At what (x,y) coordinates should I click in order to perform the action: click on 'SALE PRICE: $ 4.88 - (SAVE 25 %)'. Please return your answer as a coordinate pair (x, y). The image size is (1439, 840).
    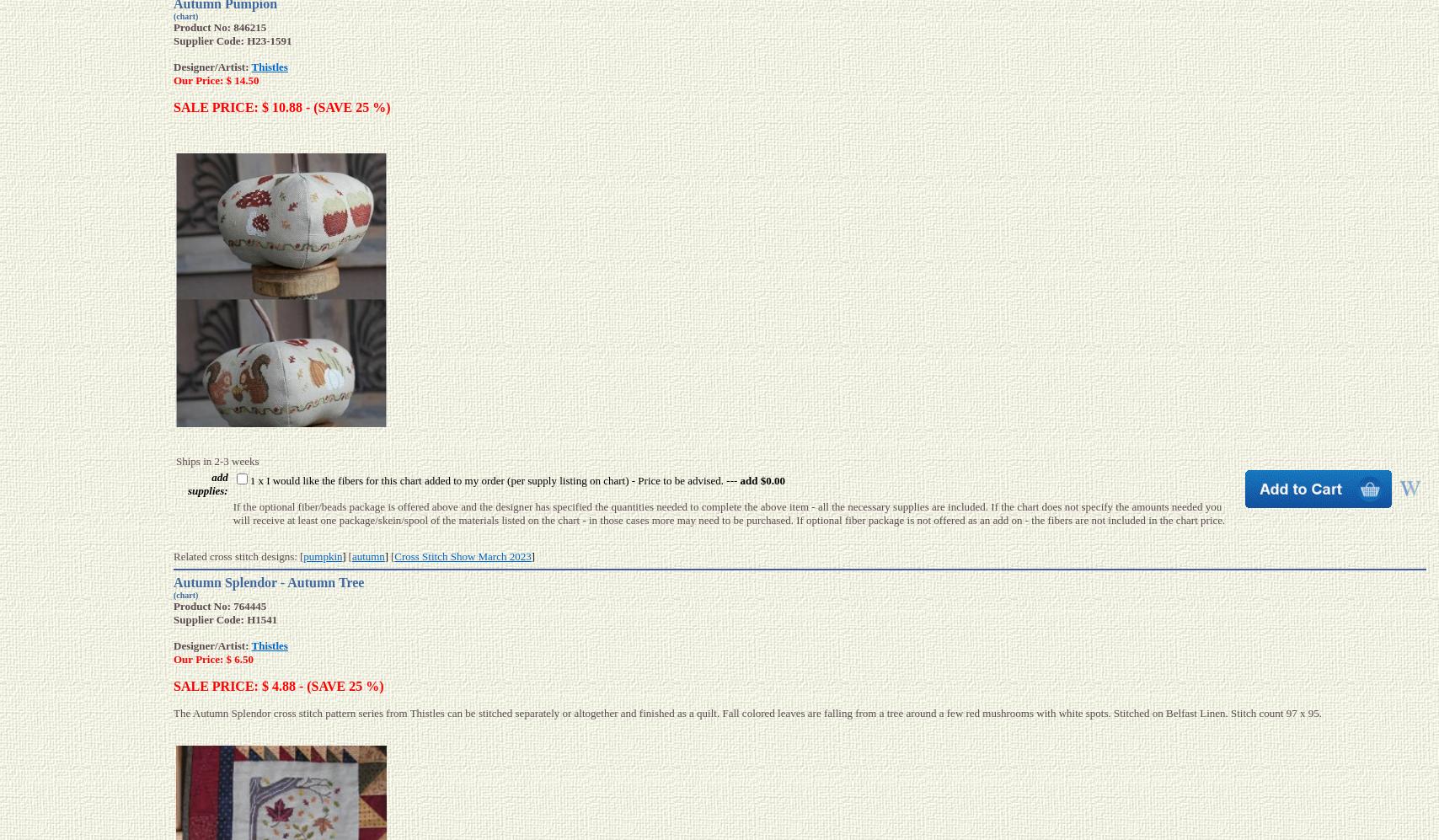
    Looking at the image, I should click on (278, 685).